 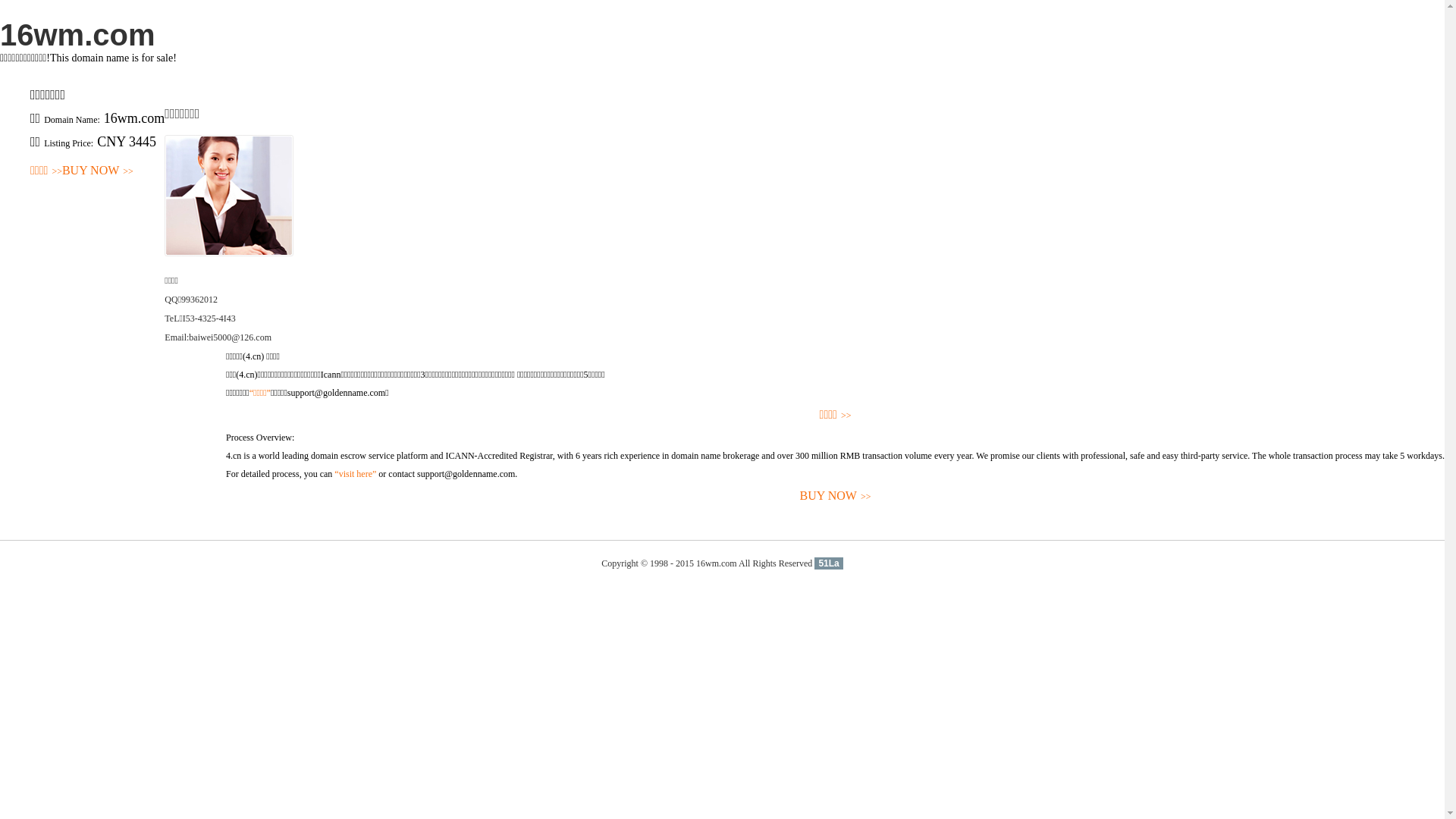 What do you see at coordinates (97, 171) in the screenshot?
I see `'BUY NOW>>'` at bounding box center [97, 171].